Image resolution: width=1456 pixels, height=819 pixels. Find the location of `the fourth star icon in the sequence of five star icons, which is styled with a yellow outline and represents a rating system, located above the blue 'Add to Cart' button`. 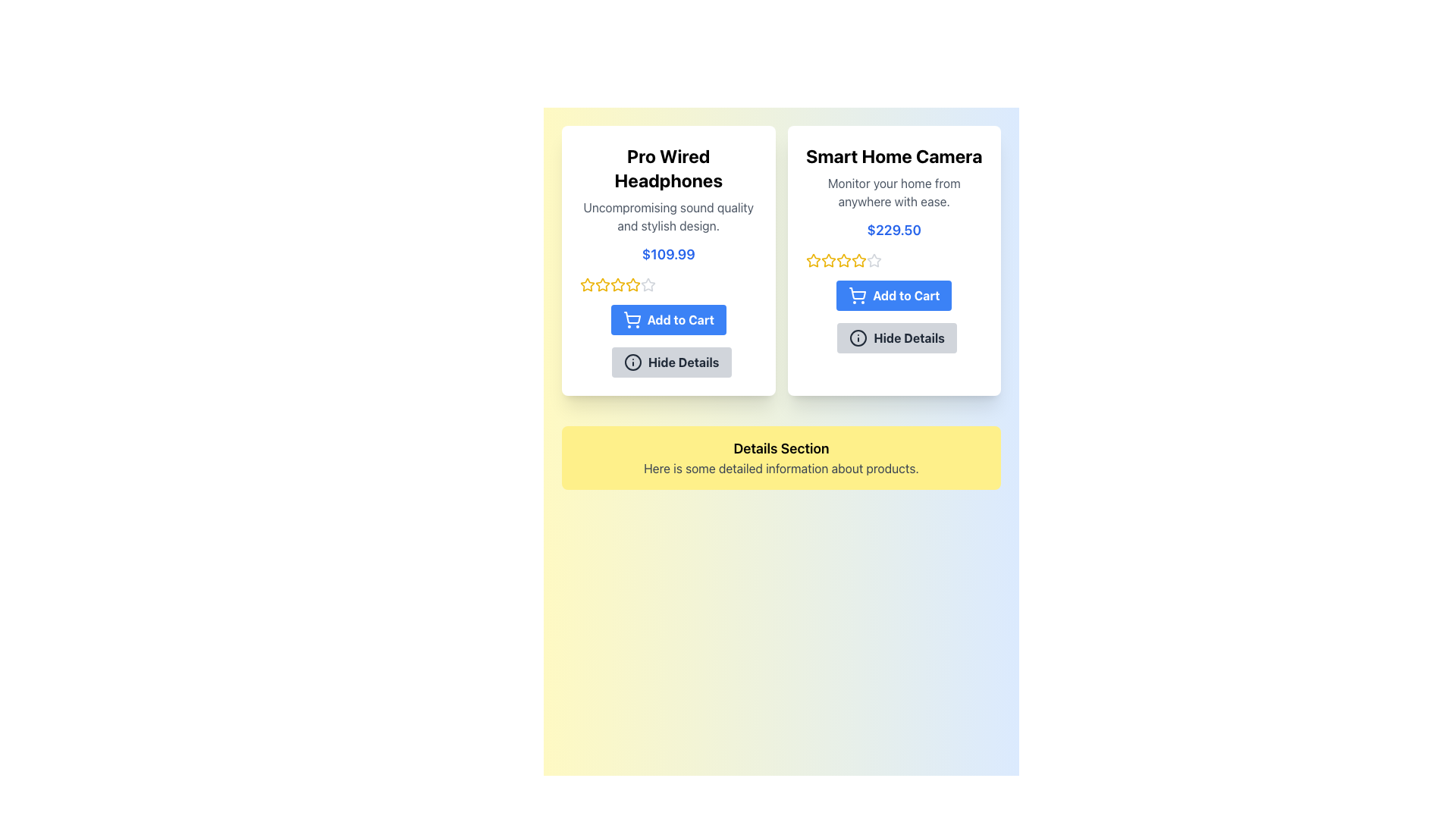

the fourth star icon in the sequence of five star icons, which is styled with a yellow outline and represents a rating system, located above the blue 'Add to Cart' button is located at coordinates (618, 284).